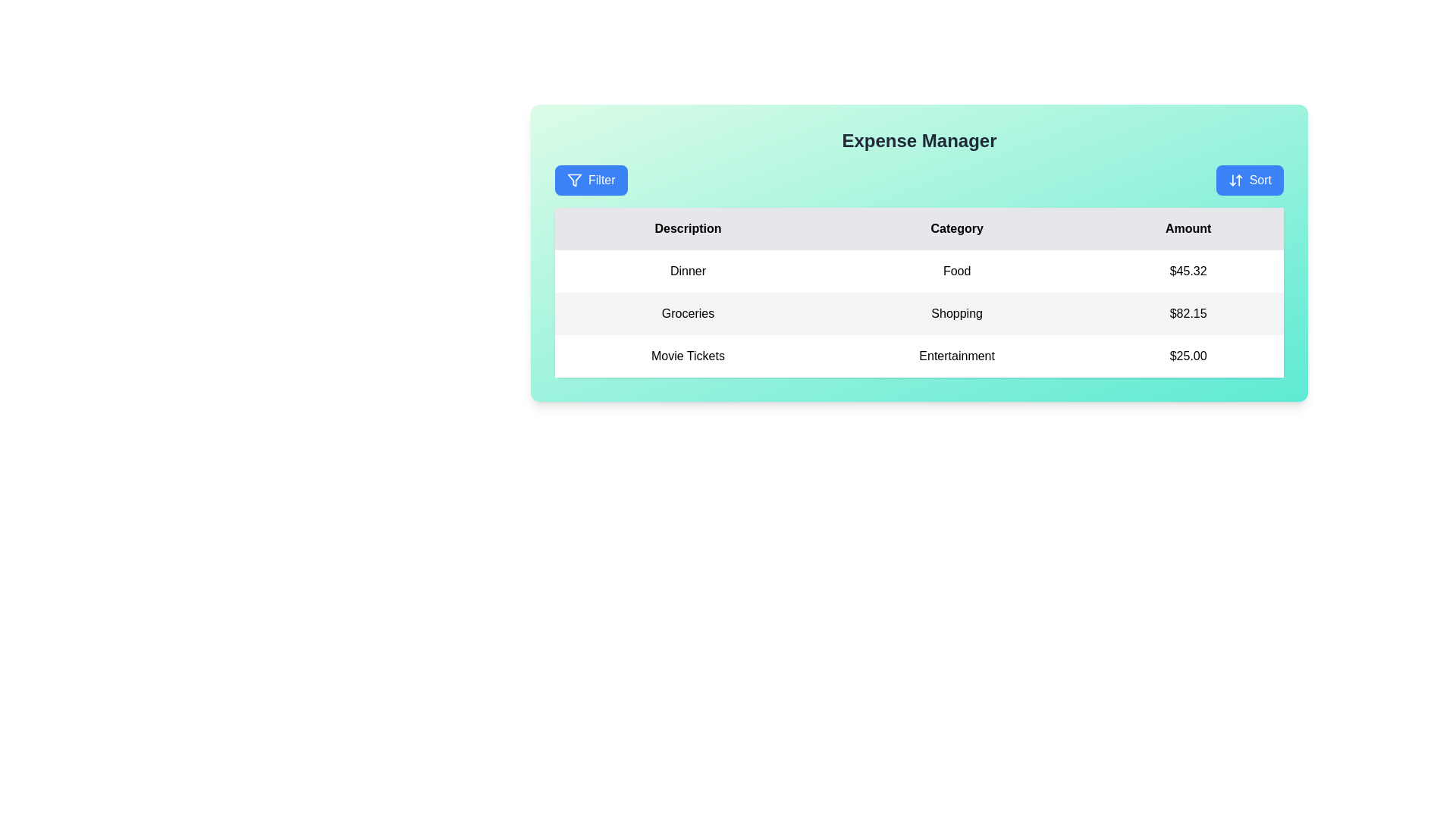 This screenshot has width=1456, height=819. What do you see at coordinates (956, 312) in the screenshot?
I see `the text label displaying 'Shopping' in the second row of the table under the 'Category' column, positioned between 'Groceries' and '$82.15'` at bounding box center [956, 312].